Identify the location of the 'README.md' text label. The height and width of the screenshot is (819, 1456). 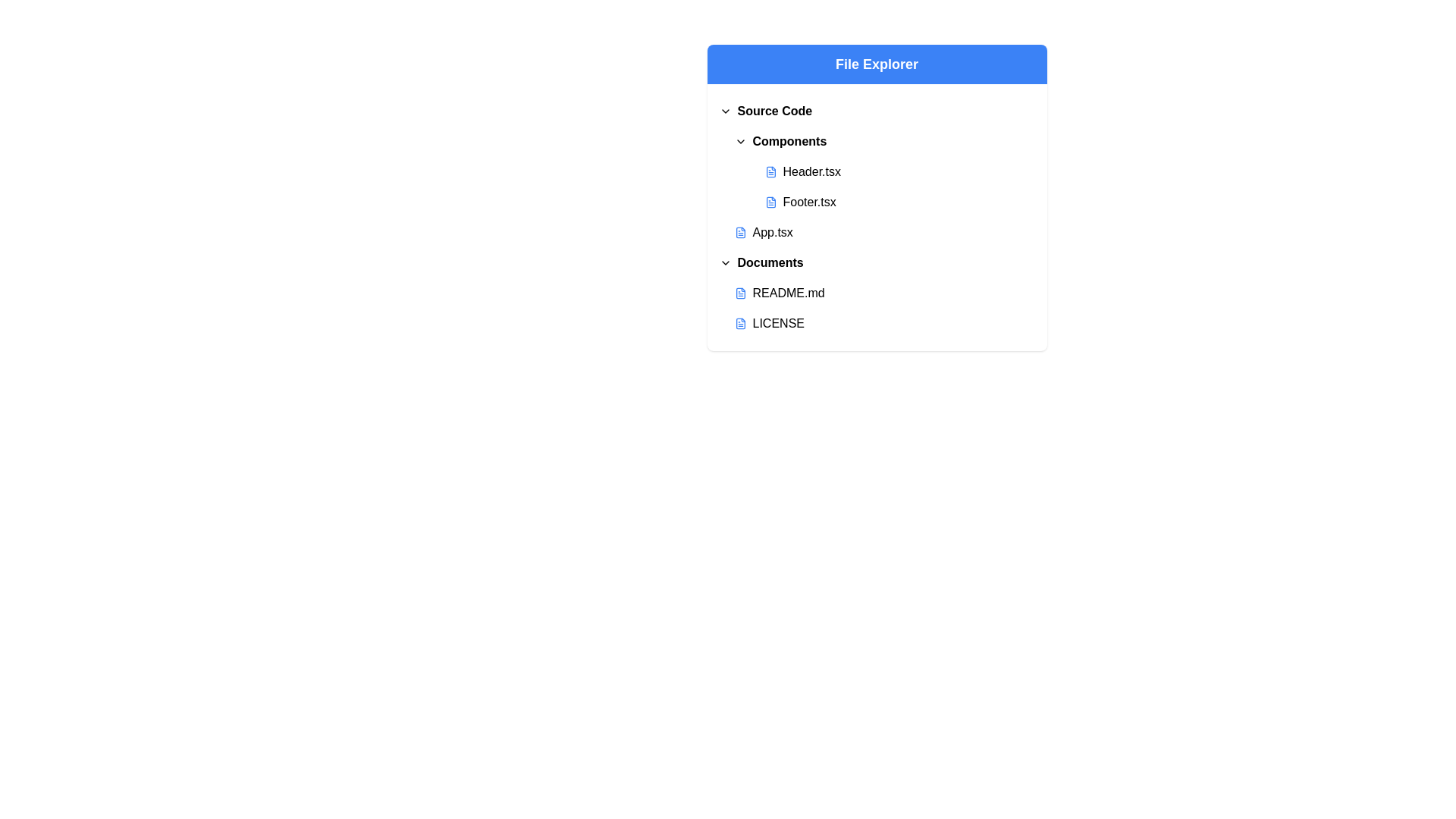
(789, 293).